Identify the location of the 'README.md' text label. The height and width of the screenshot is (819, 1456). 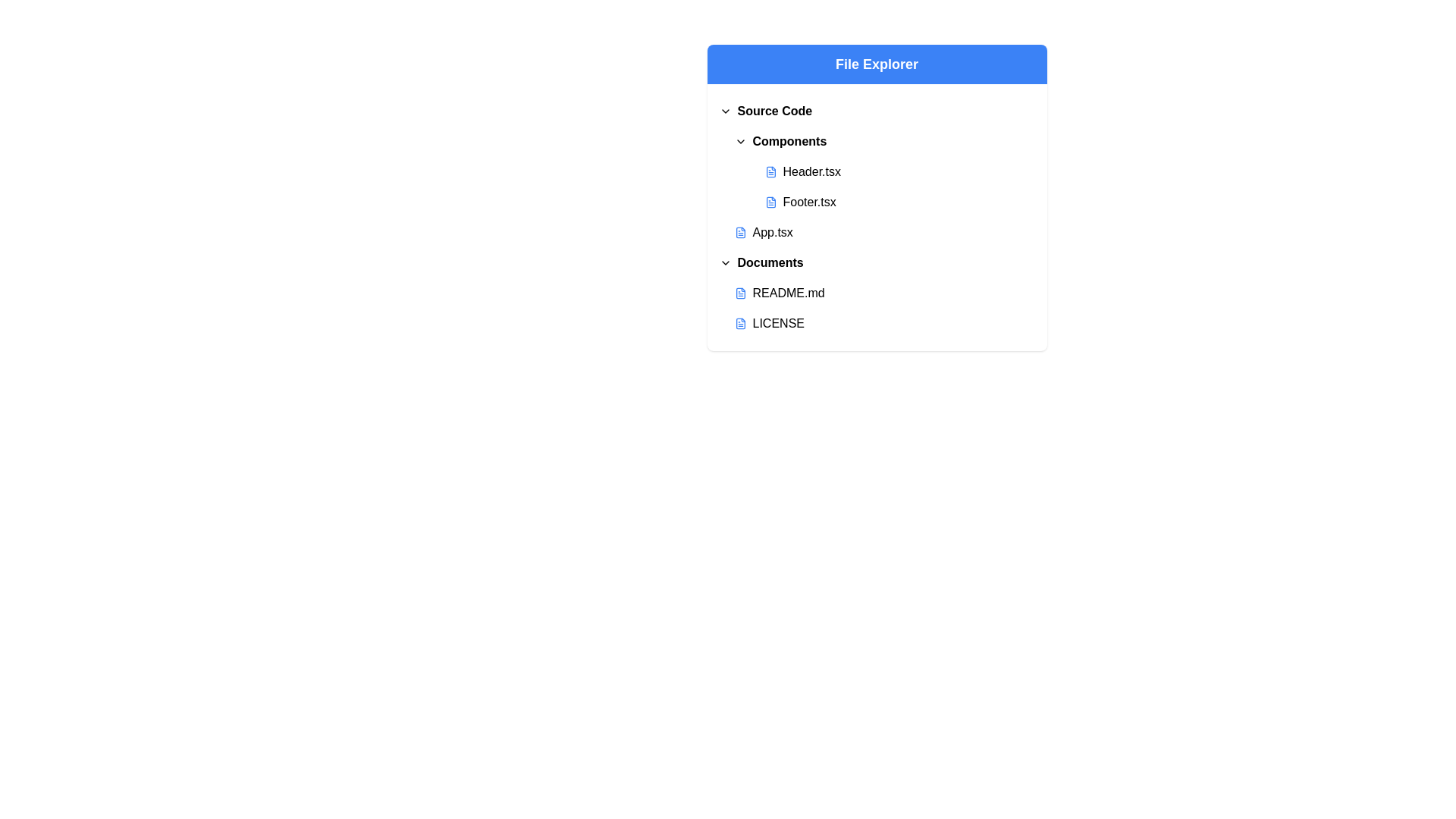
(789, 293).